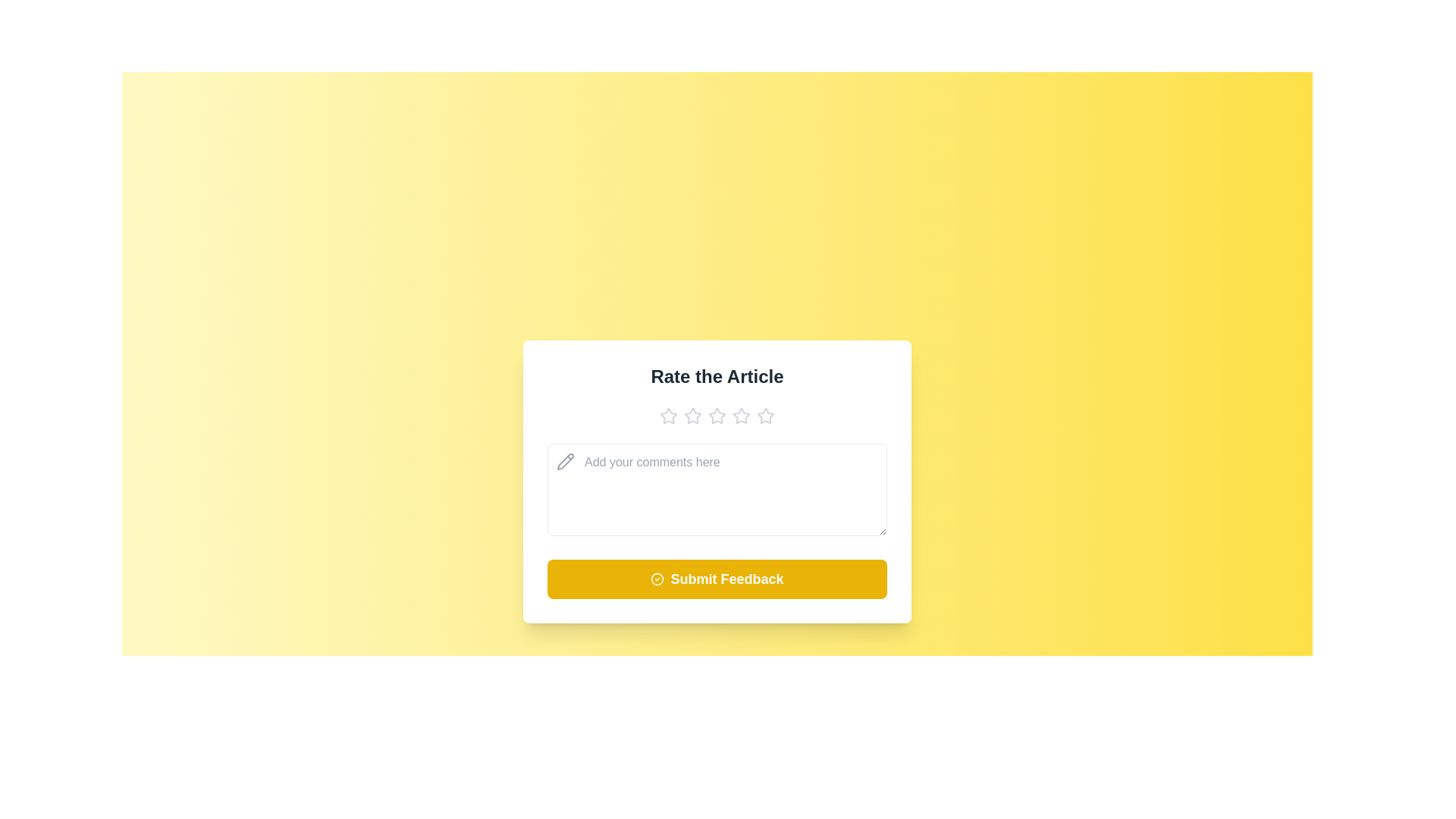 This screenshot has width=1456, height=819. I want to click on from the first star button at the top-center of the interface, so click(668, 416).